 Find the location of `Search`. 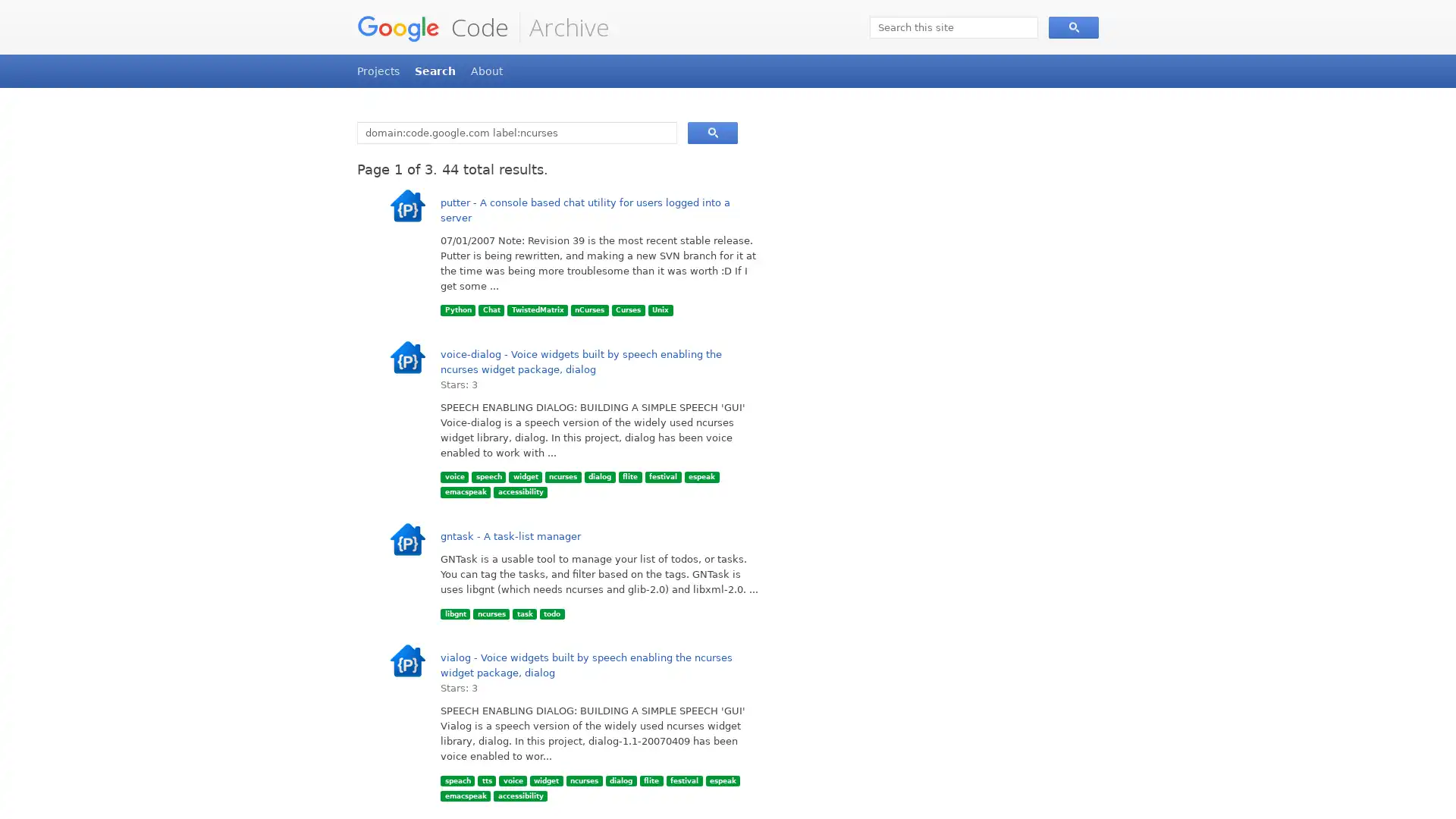

Search is located at coordinates (712, 132).